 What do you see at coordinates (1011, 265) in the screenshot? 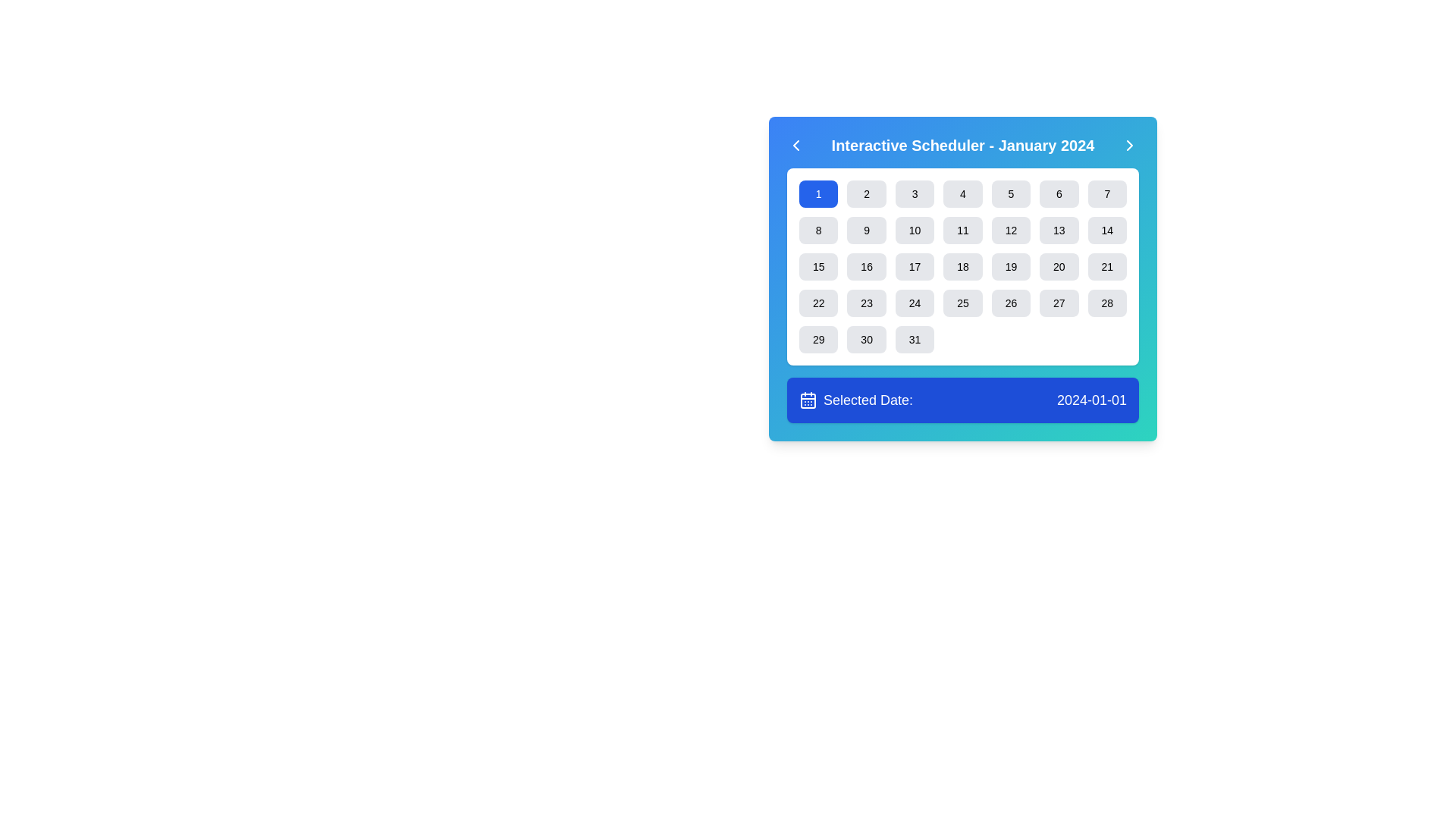
I see `the calendar day button labeled '19'` at bounding box center [1011, 265].